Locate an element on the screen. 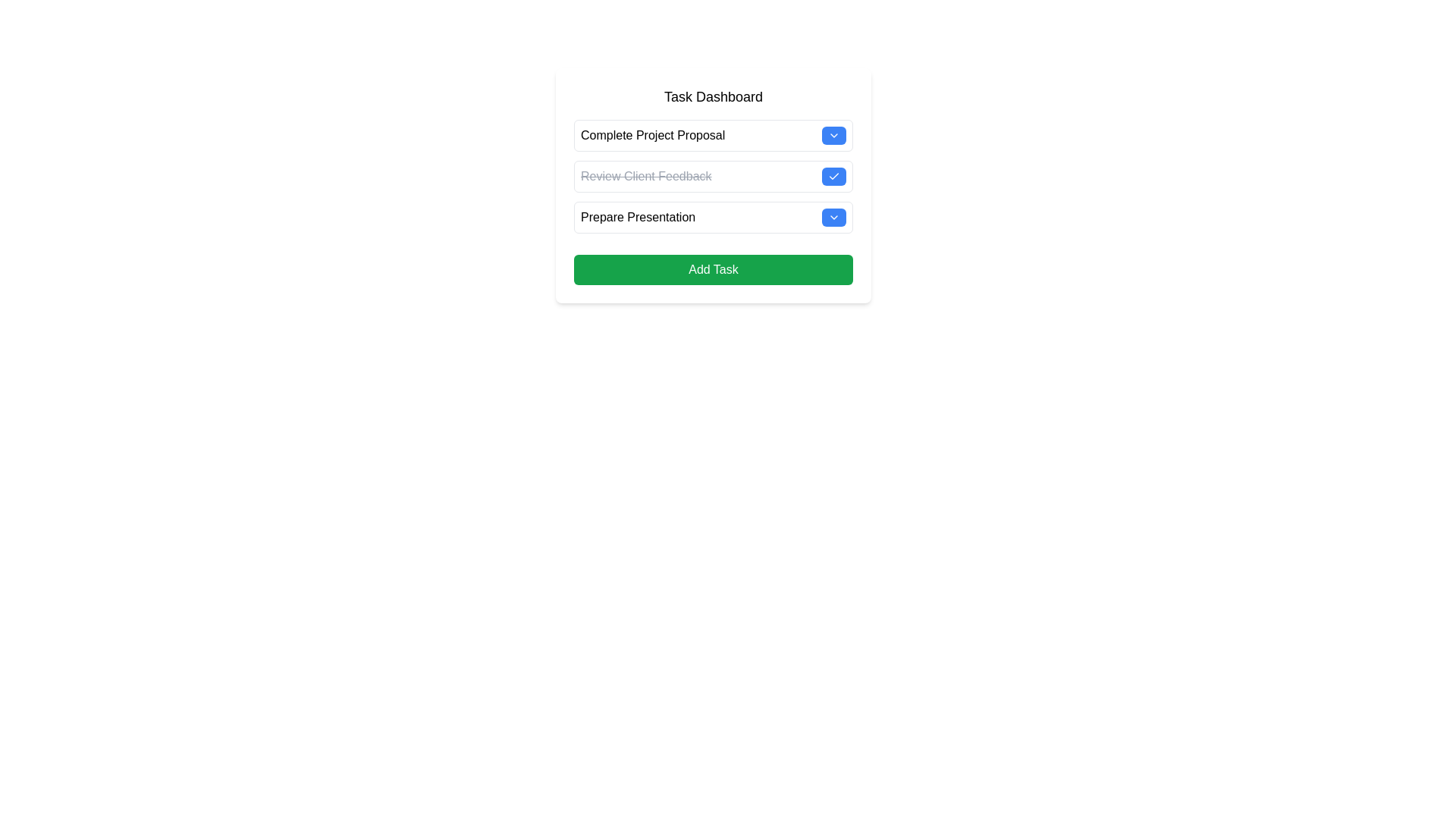  the task item in the task list that is positioned below 'Review Client Feedback' and above the green 'Add Task' button to modify the task is located at coordinates (712, 217).